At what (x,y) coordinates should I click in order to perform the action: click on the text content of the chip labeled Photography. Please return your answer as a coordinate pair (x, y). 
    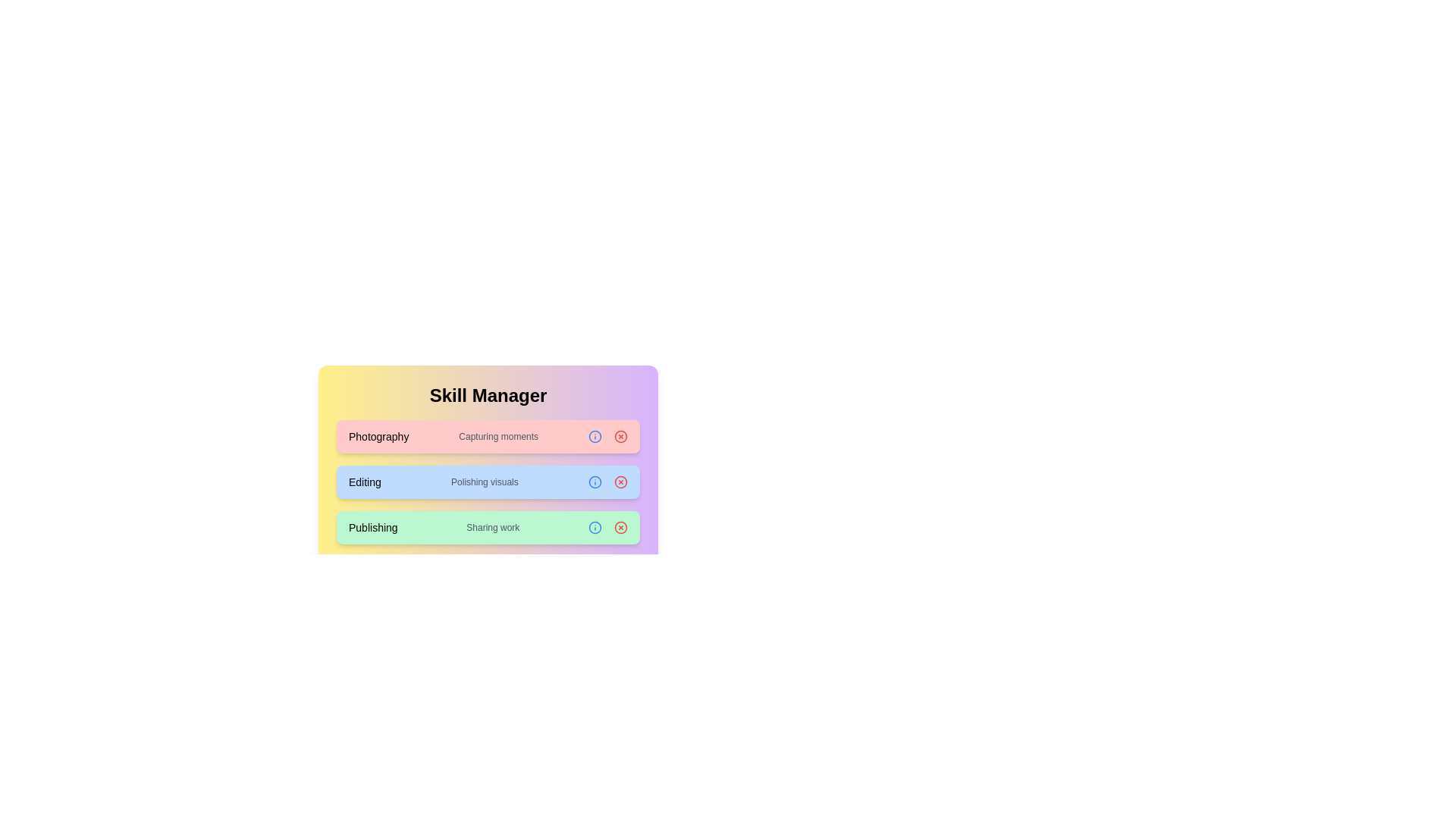
    Looking at the image, I should click on (378, 436).